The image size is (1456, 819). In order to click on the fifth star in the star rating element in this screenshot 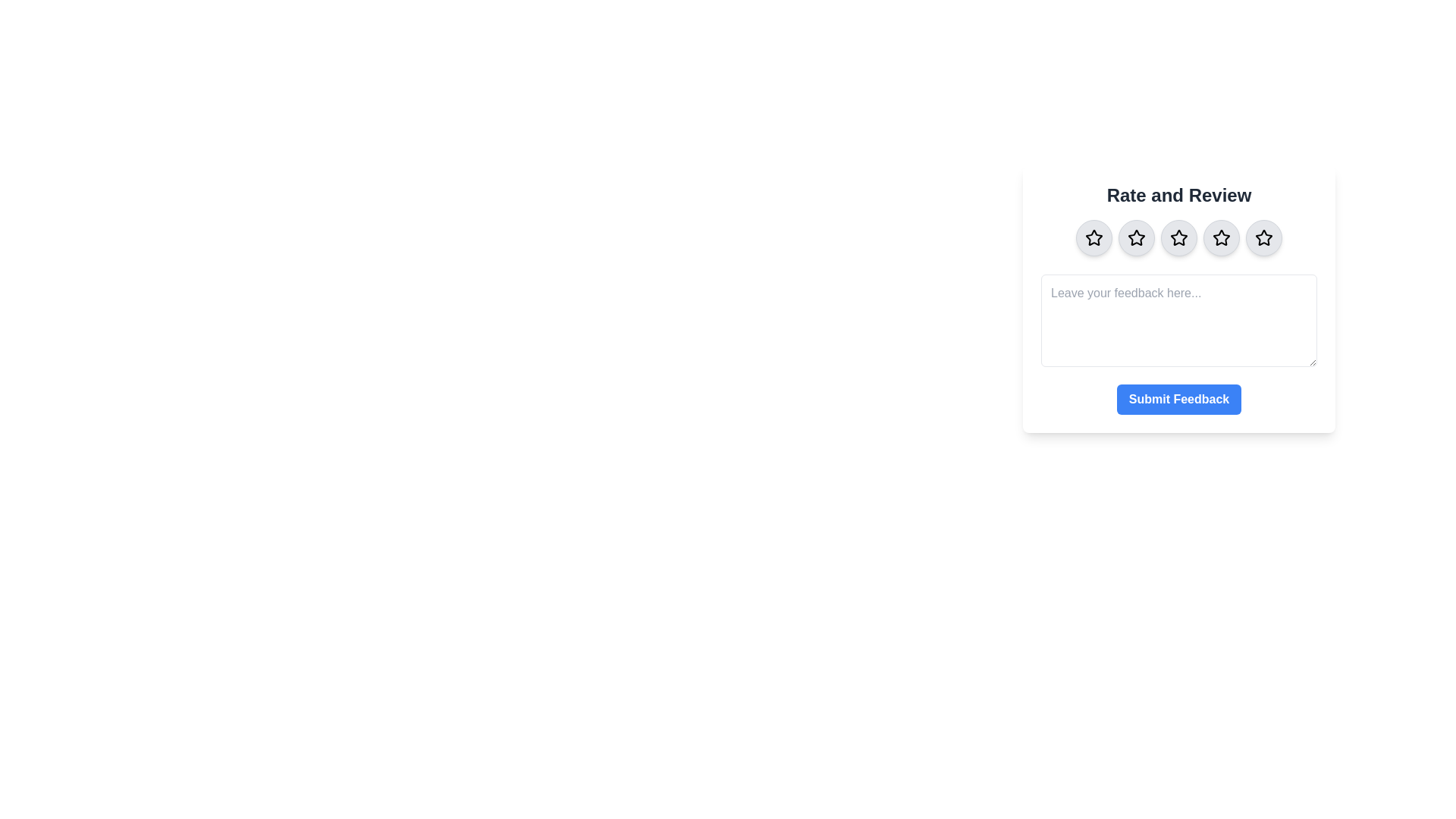, I will do `click(1263, 237)`.